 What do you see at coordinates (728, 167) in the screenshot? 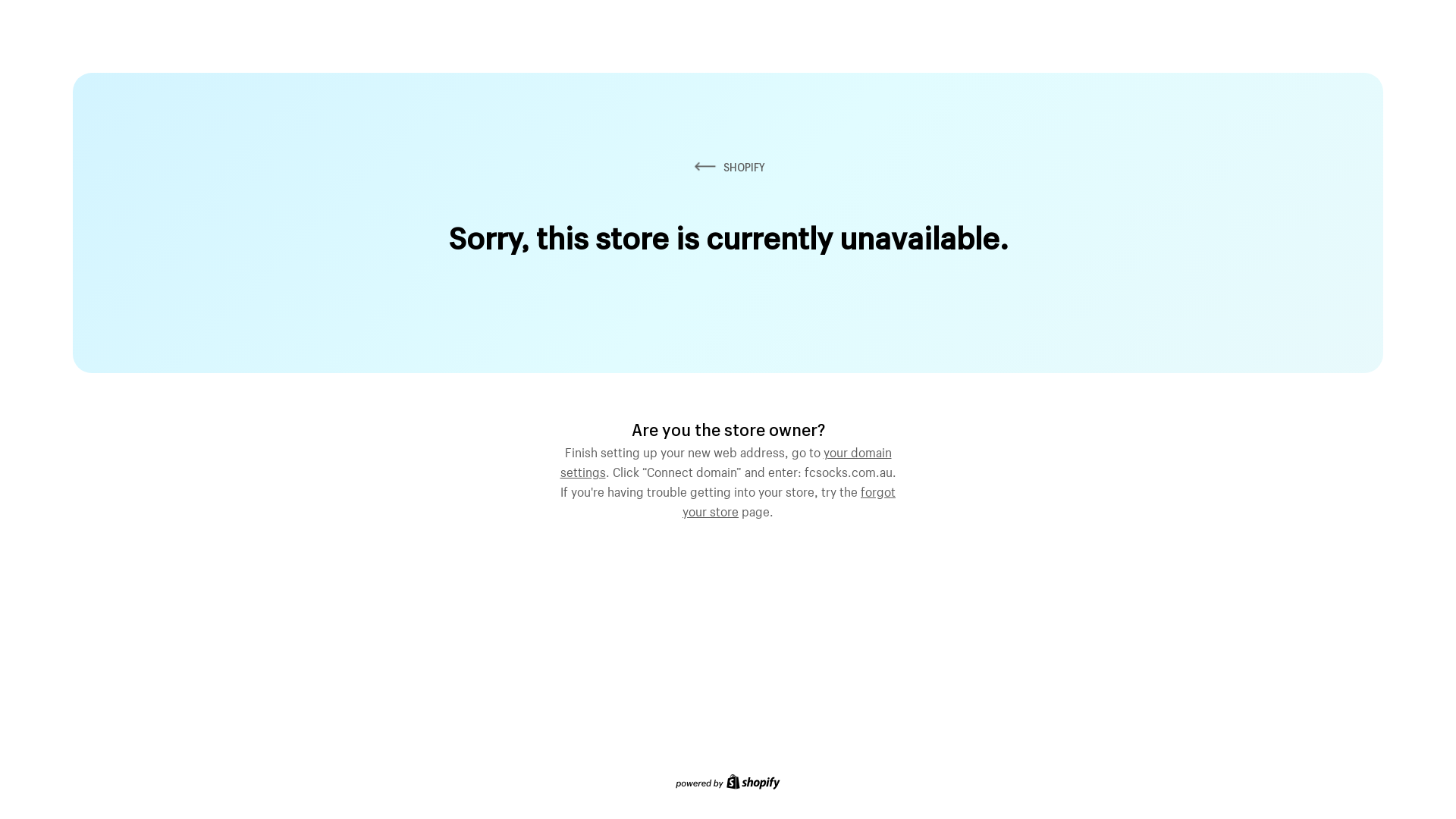
I see `'SHOPIFY'` at bounding box center [728, 167].